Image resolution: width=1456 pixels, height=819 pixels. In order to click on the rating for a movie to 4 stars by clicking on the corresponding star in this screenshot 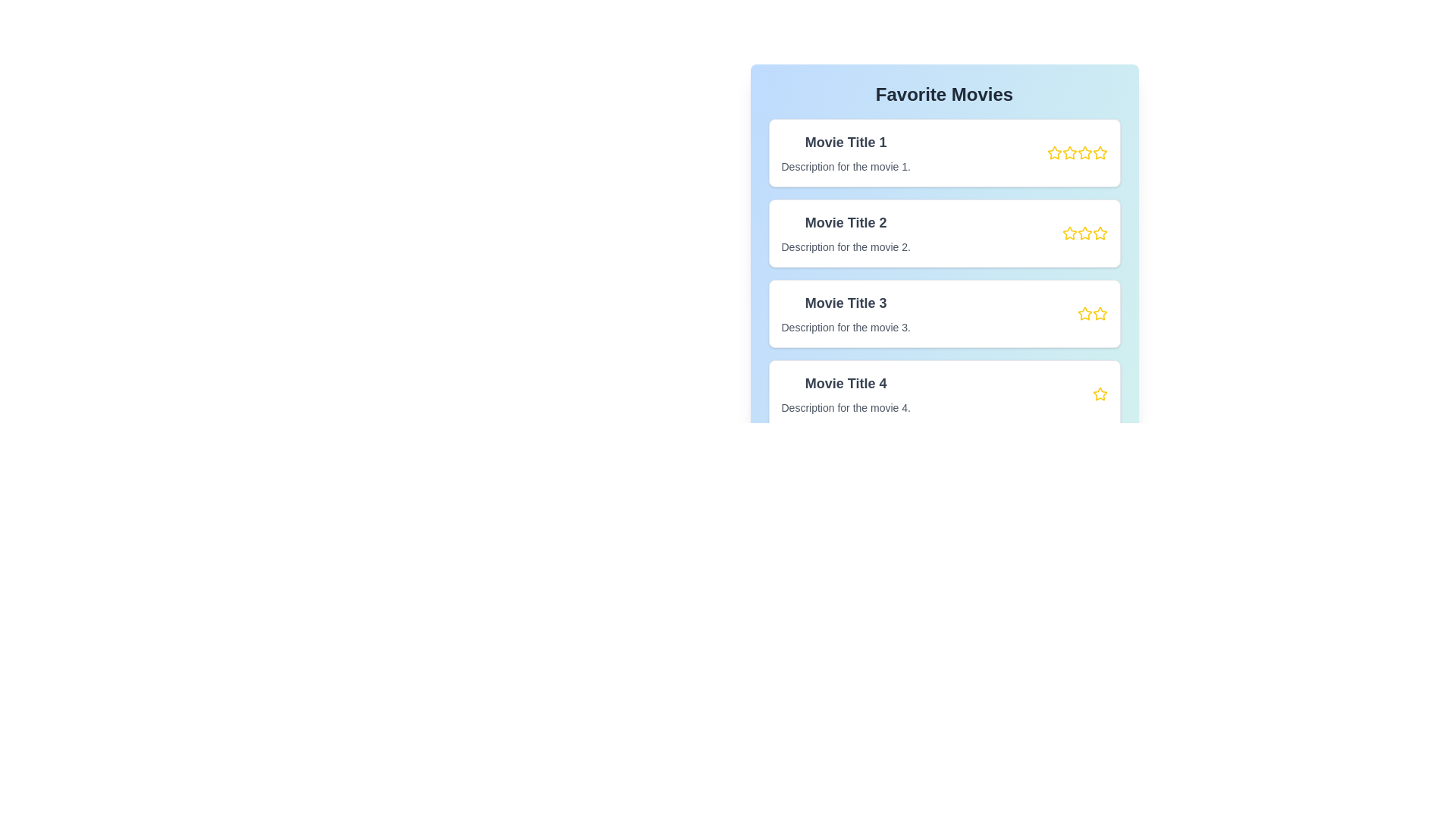, I will do `click(1100, 152)`.